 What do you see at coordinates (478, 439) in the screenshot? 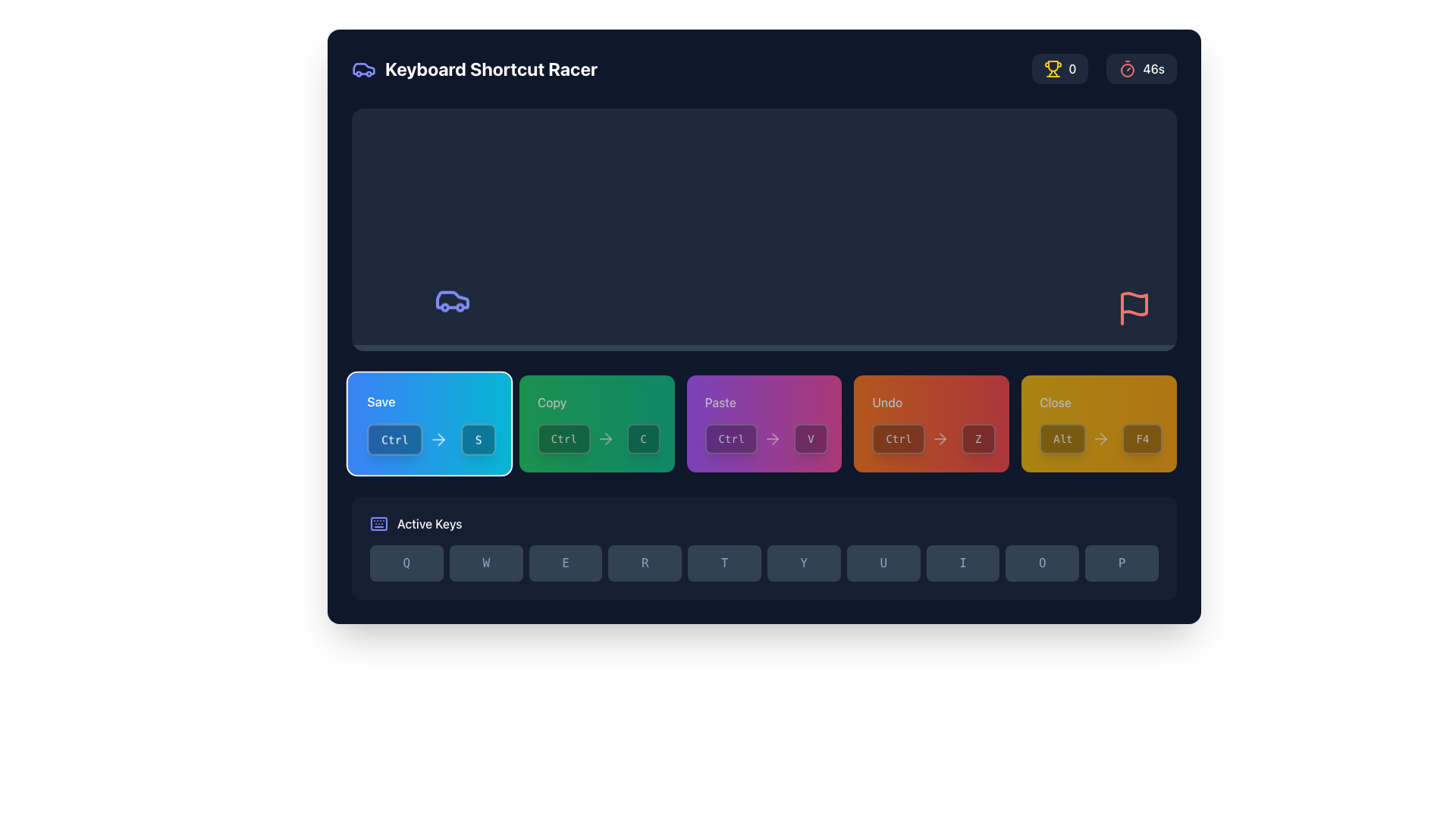
I see `the 'S' key representation styled as a keyboard key with a transparent black background and glowing white text, which is part of the 'Ctrl + S' keyboard shortcut sequence` at bounding box center [478, 439].